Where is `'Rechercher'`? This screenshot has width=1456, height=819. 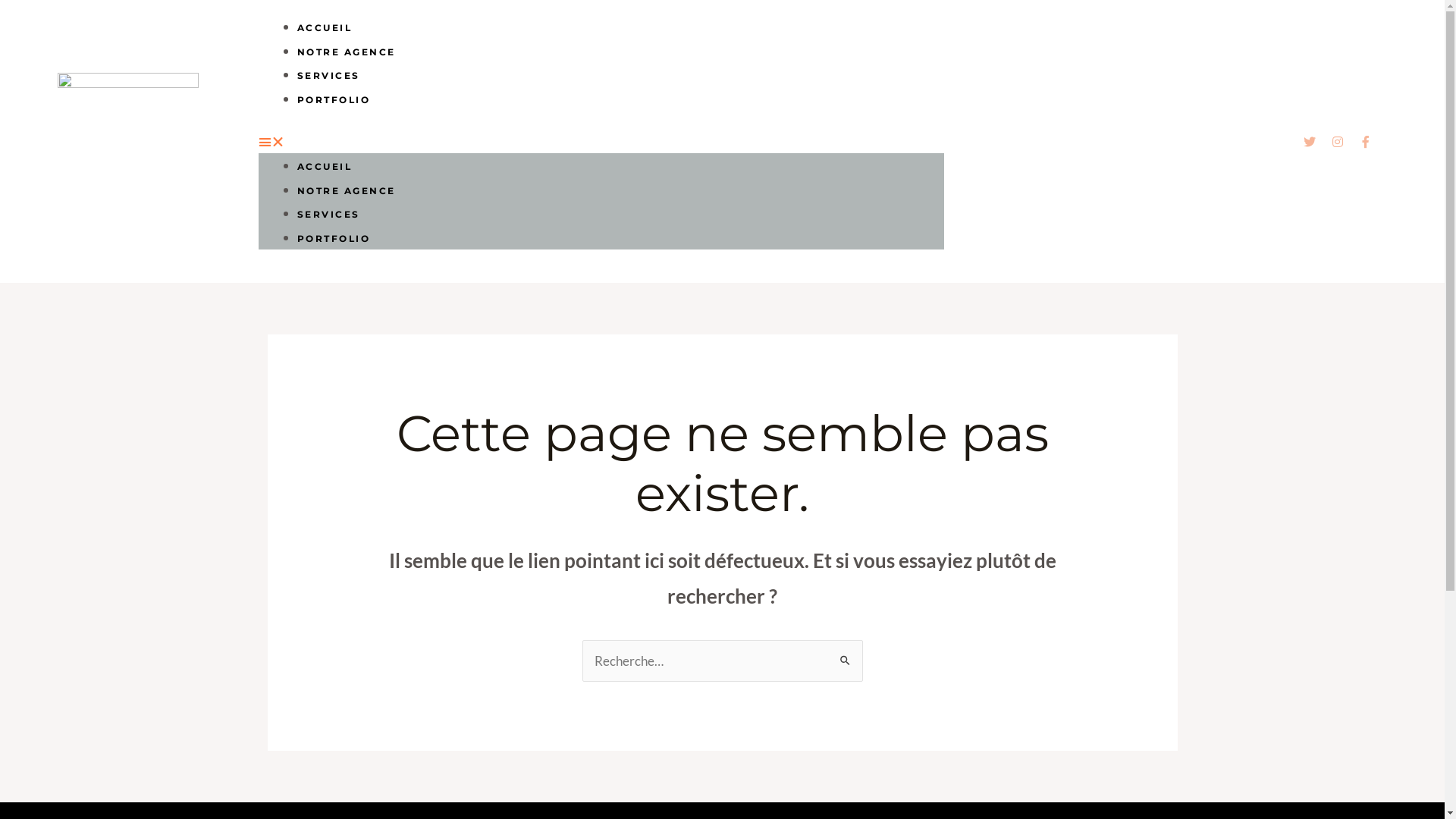 'Rechercher' is located at coordinates (827, 654).